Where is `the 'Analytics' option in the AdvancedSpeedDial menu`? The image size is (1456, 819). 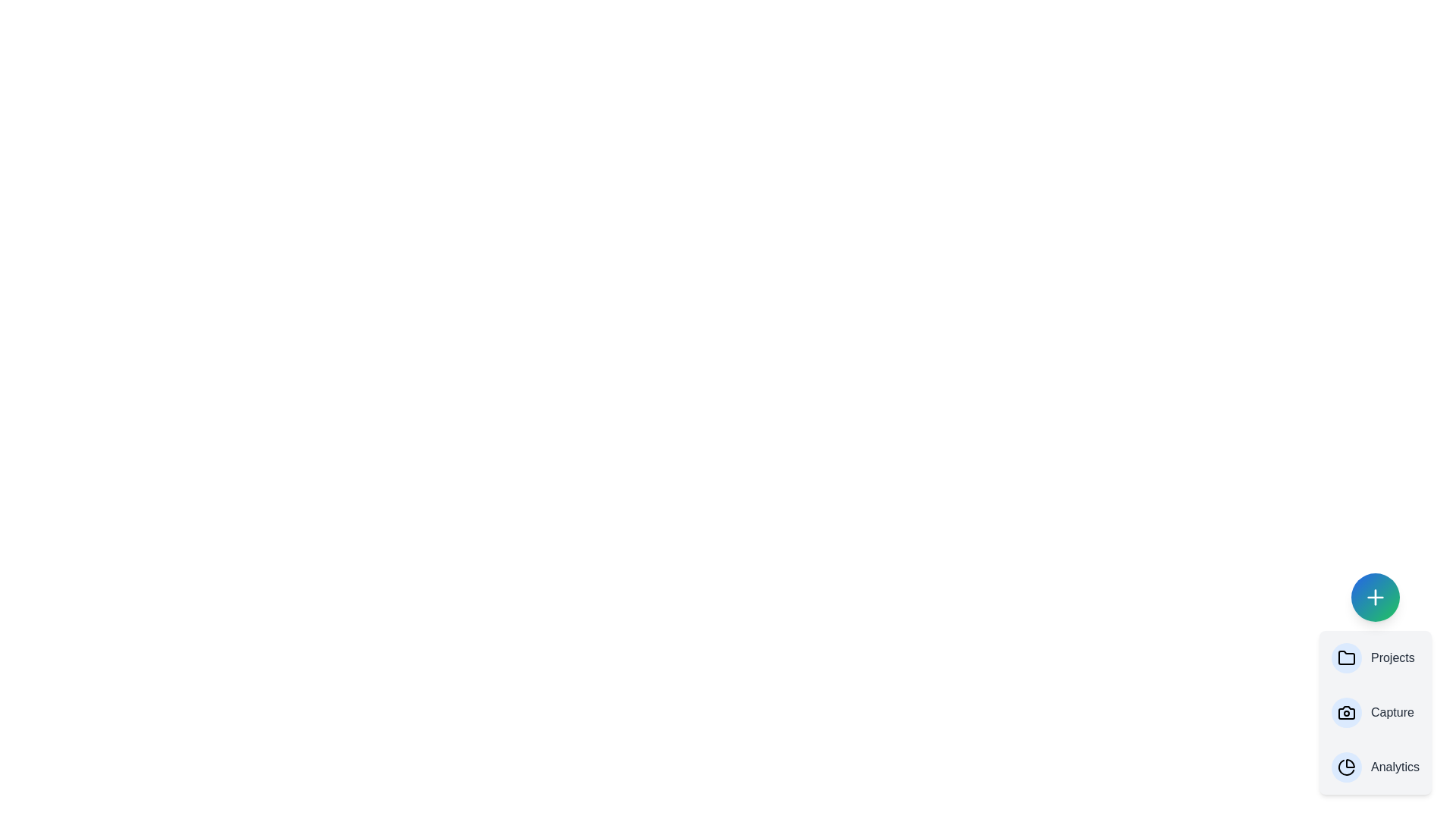
the 'Analytics' option in the AdvancedSpeedDial menu is located at coordinates (1376, 767).